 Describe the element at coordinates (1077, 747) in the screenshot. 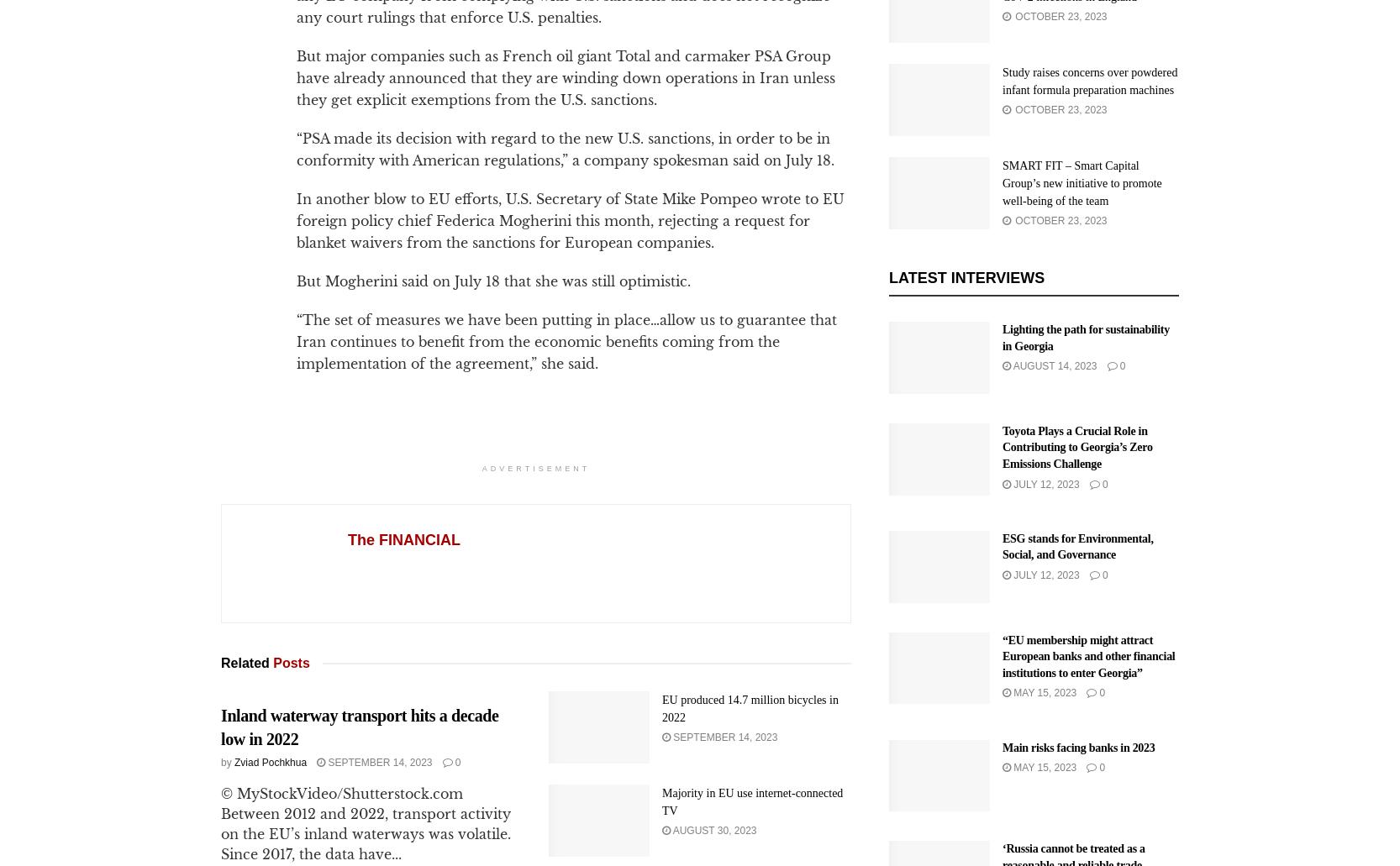

I see `'Main risks facing banks in 2023'` at that location.